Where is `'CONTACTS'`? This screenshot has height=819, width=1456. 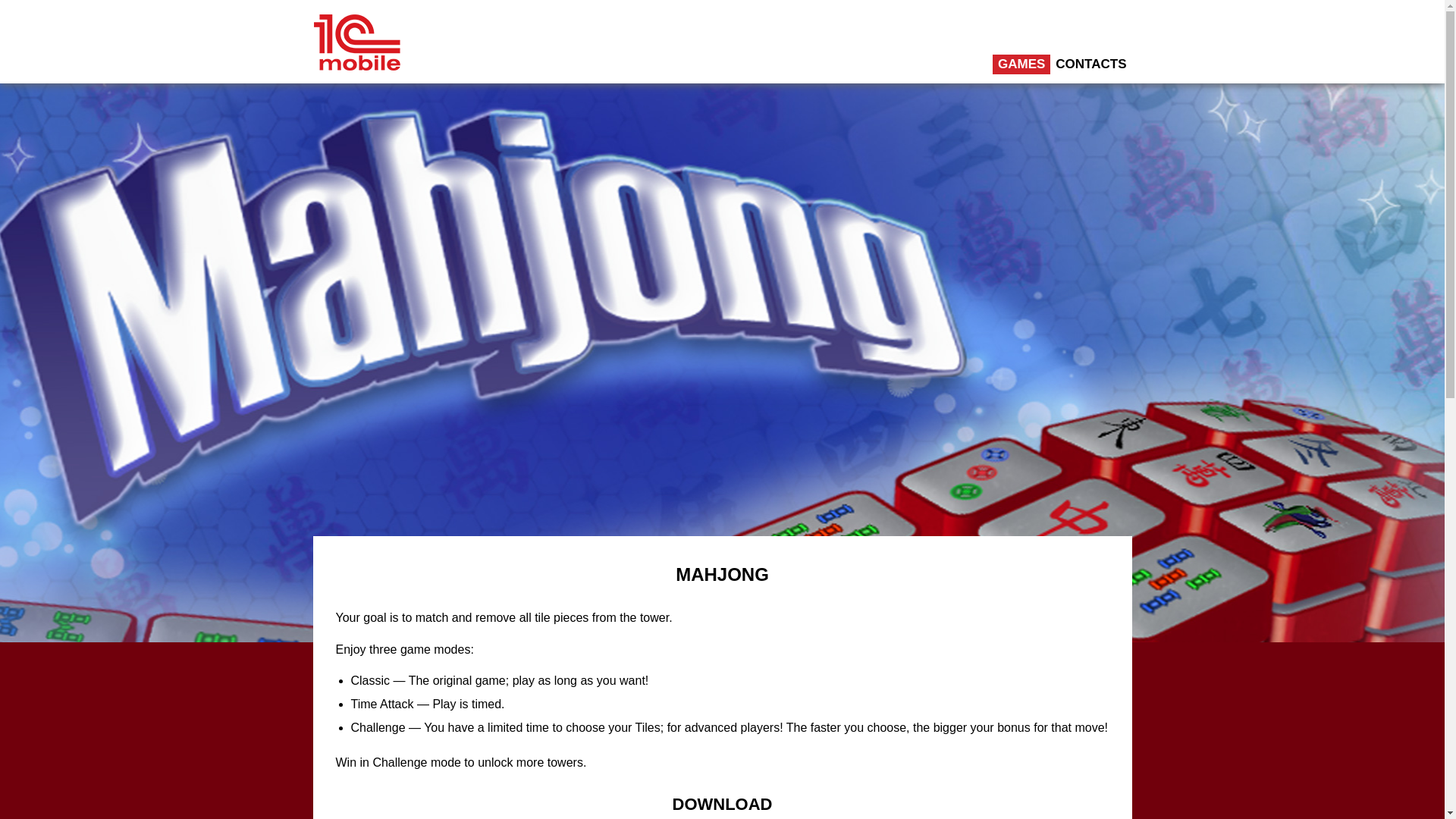 'CONTACTS' is located at coordinates (1090, 63).